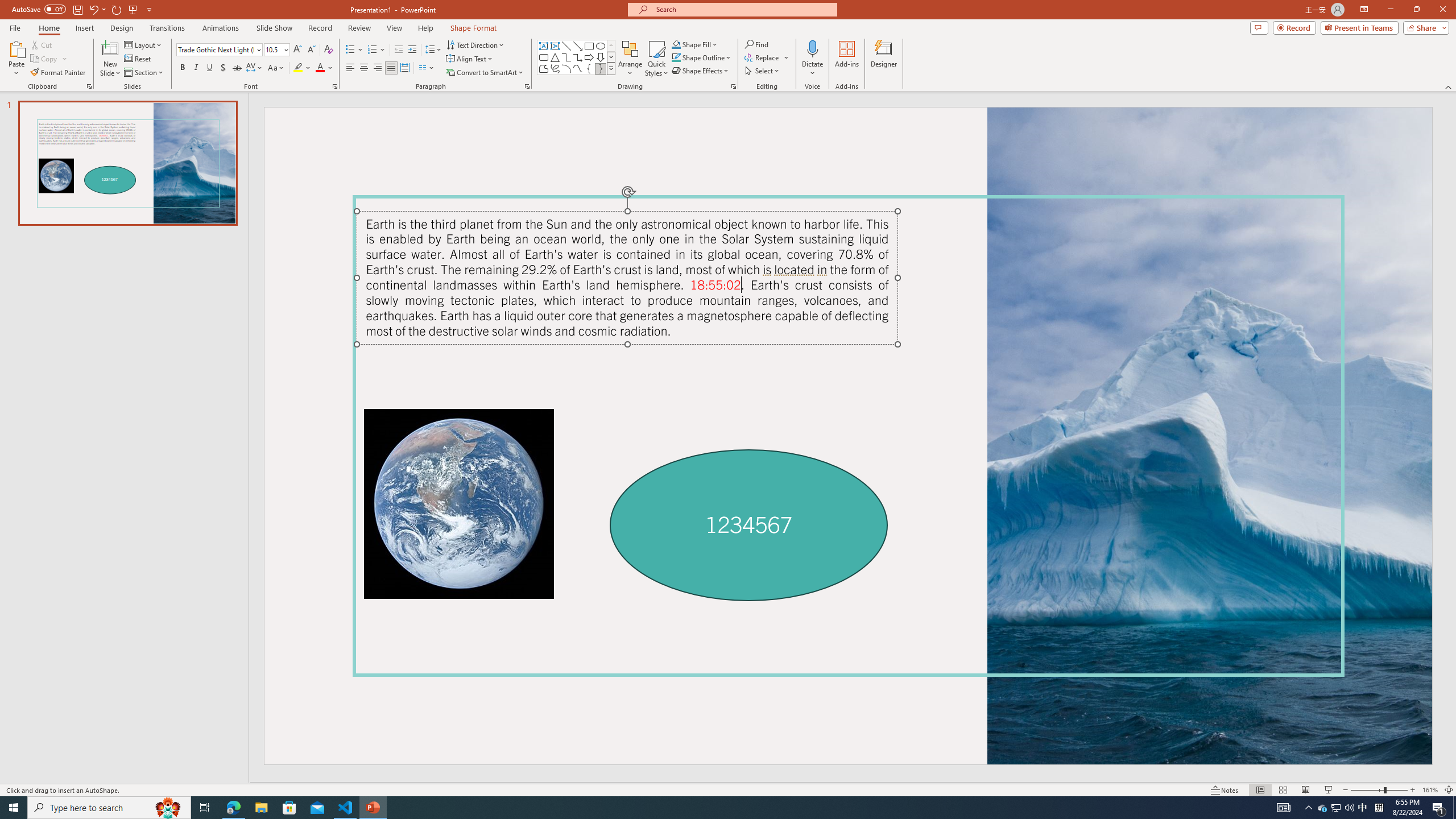 The image size is (1456, 819). Describe the element at coordinates (255, 67) in the screenshot. I see `'Character Spacing'` at that location.